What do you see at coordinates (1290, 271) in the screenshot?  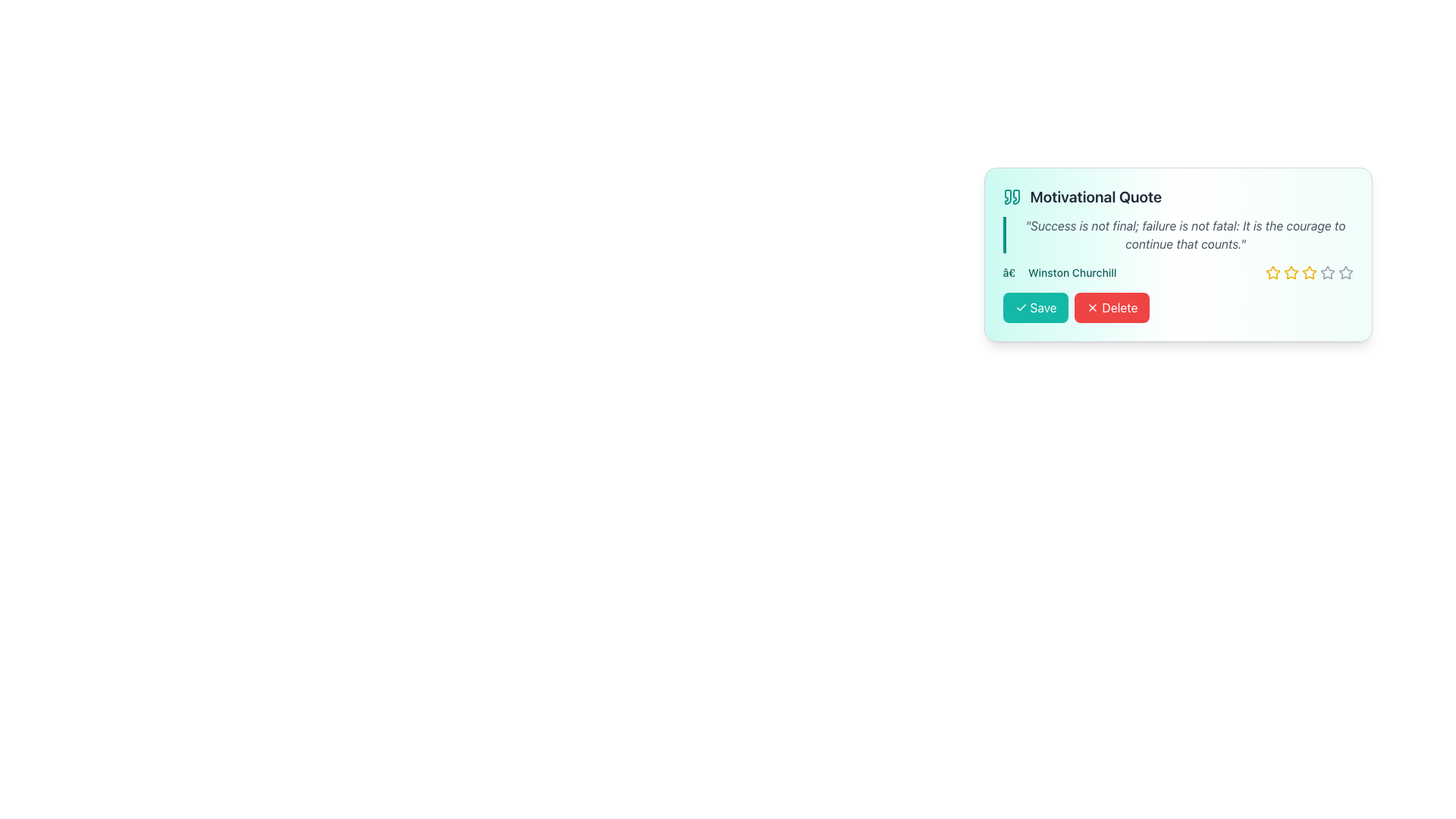 I see `the second yellow star-shaped icon in the row of five icons` at bounding box center [1290, 271].